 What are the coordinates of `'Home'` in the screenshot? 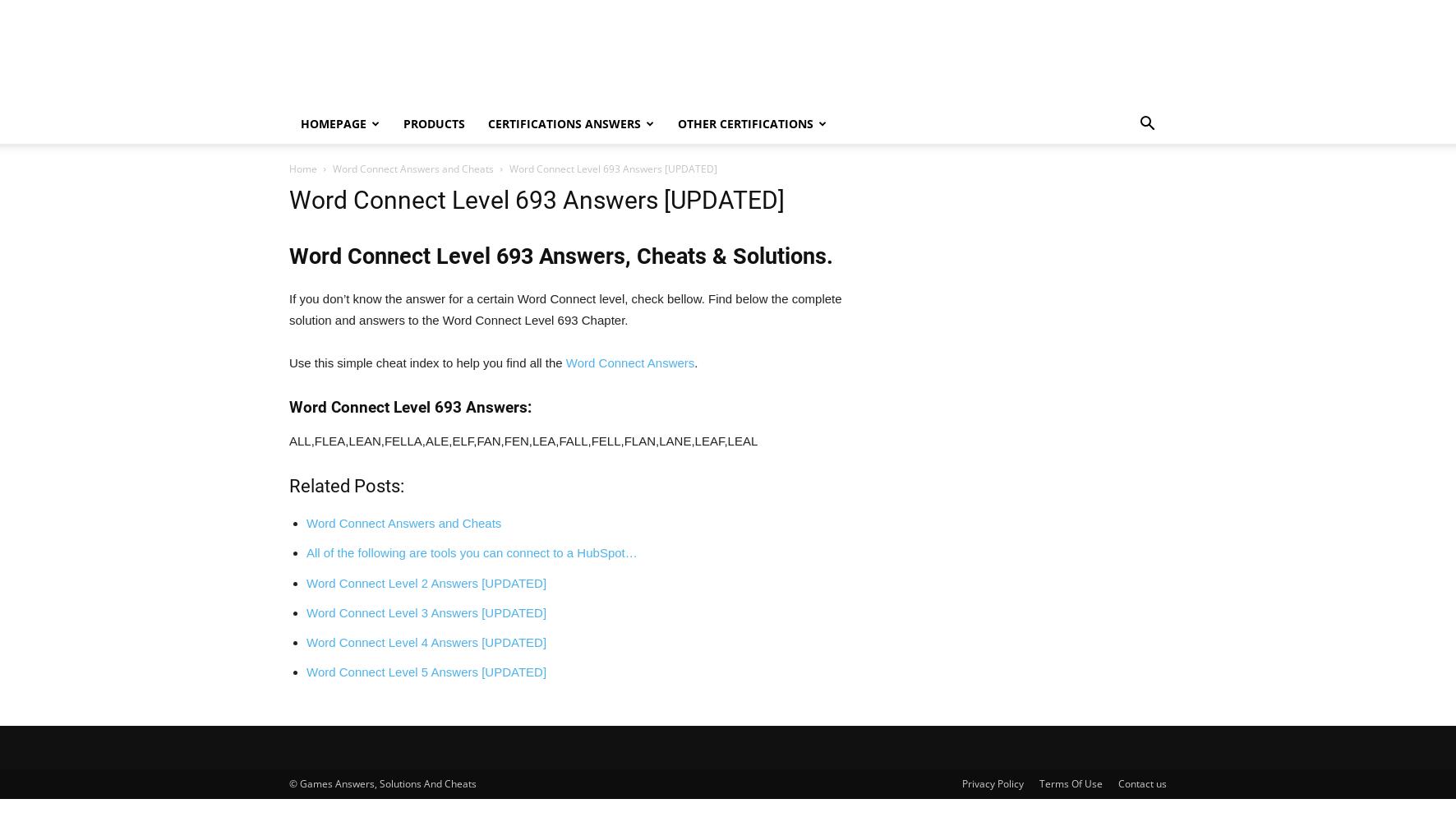 It's located at (302, 168).